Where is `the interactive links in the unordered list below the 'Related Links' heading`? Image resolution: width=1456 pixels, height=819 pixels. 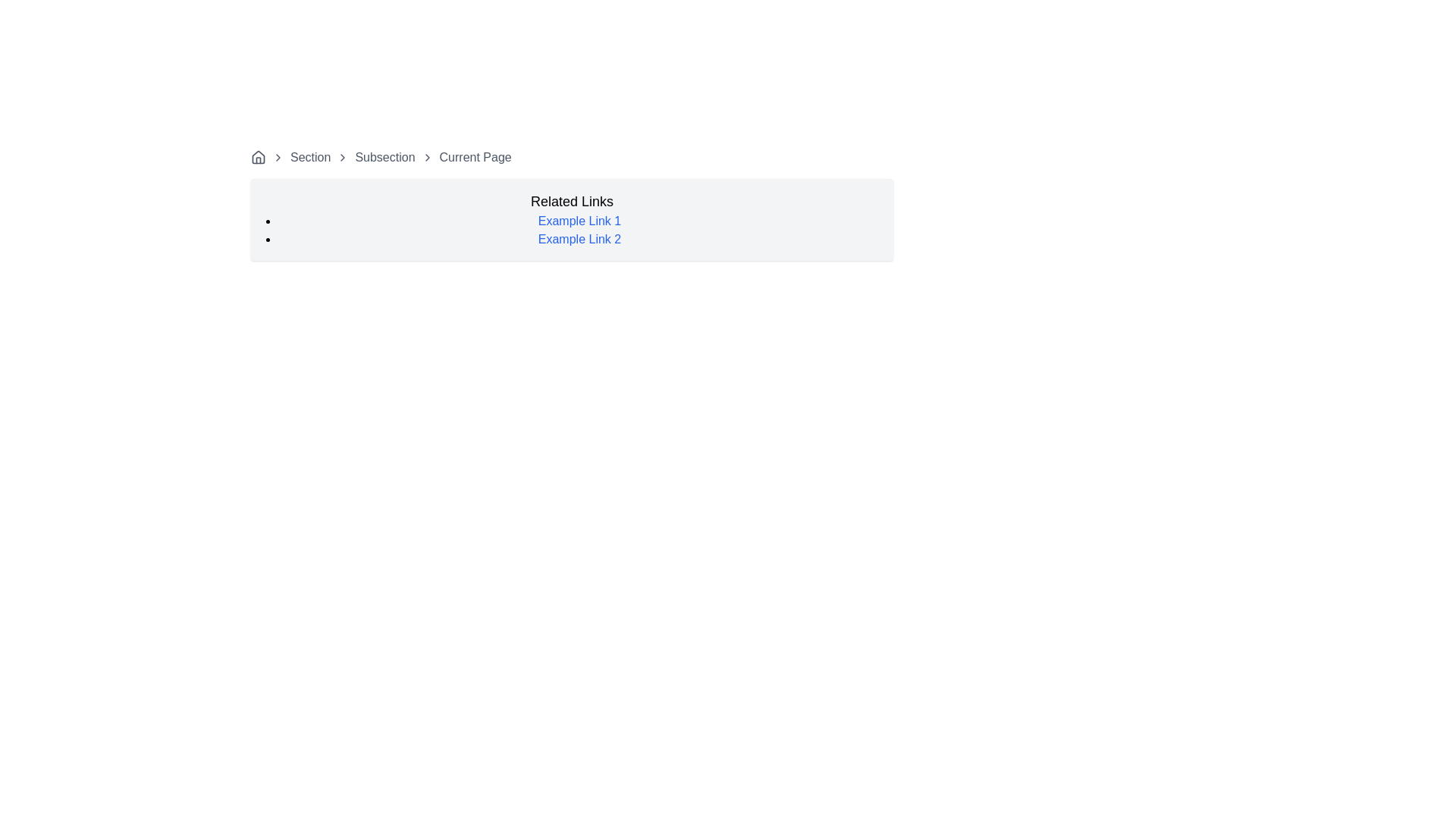
the interactive links in the unordered list below the 'Related Links' heading is located at coordinates (579, 231).